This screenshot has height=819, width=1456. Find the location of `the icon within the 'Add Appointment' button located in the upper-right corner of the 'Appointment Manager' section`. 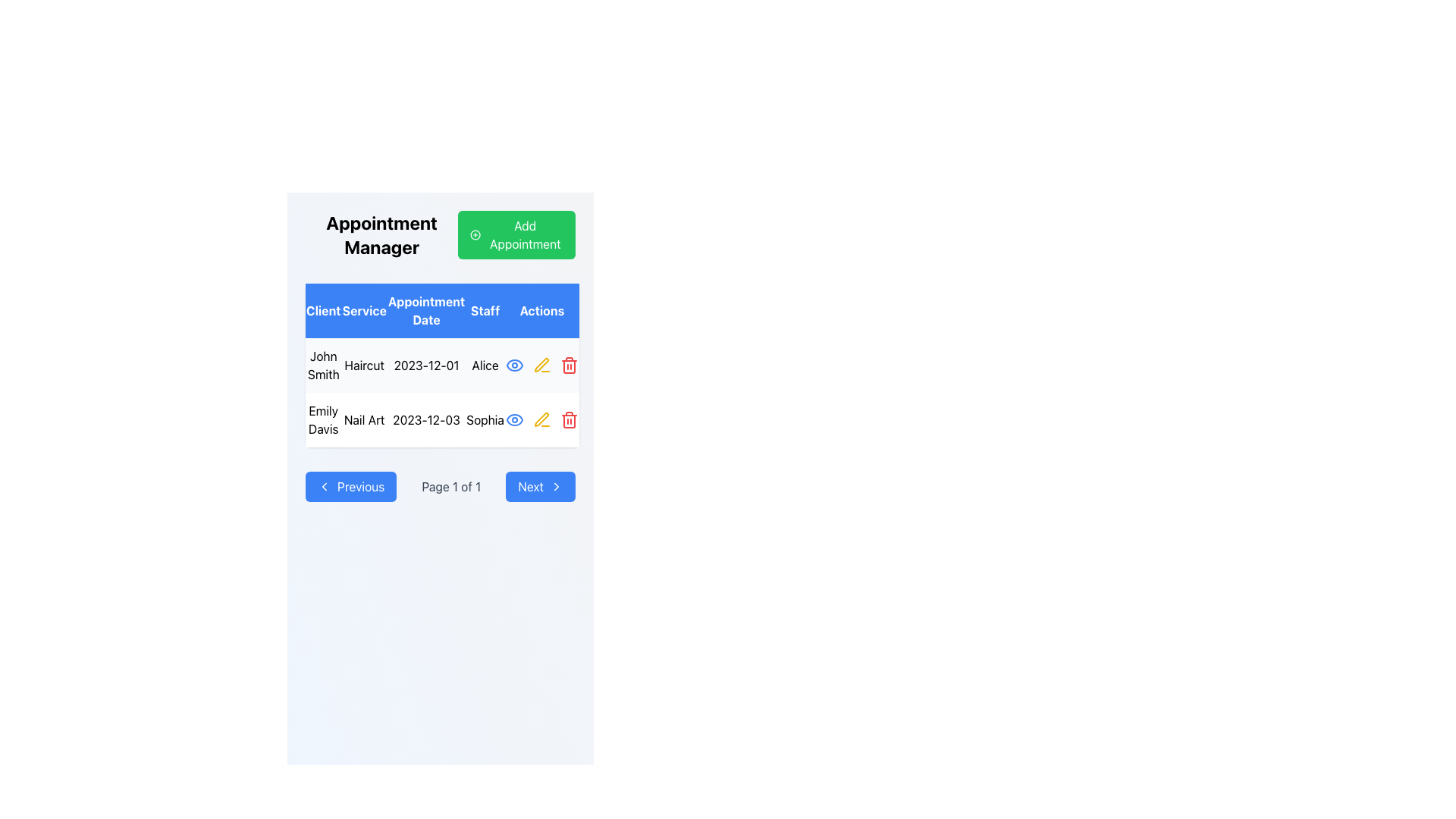

the icon within the 'Add Appointment' button located in the upper-right corner of the 'Appointment Manager' section is located at coordinates (475, 234).